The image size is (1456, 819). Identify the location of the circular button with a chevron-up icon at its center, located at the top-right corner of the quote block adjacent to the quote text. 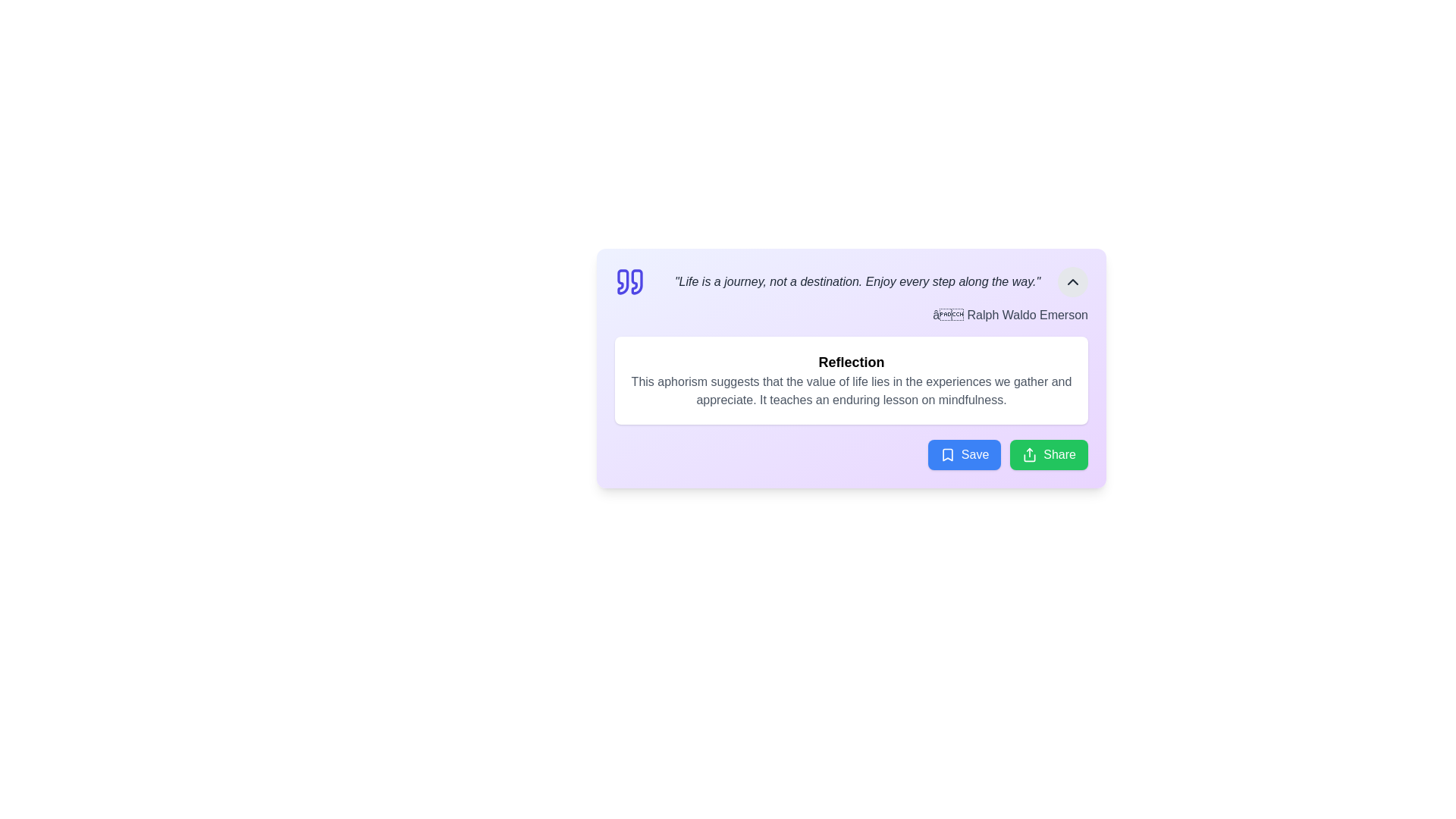
(1072, 281).